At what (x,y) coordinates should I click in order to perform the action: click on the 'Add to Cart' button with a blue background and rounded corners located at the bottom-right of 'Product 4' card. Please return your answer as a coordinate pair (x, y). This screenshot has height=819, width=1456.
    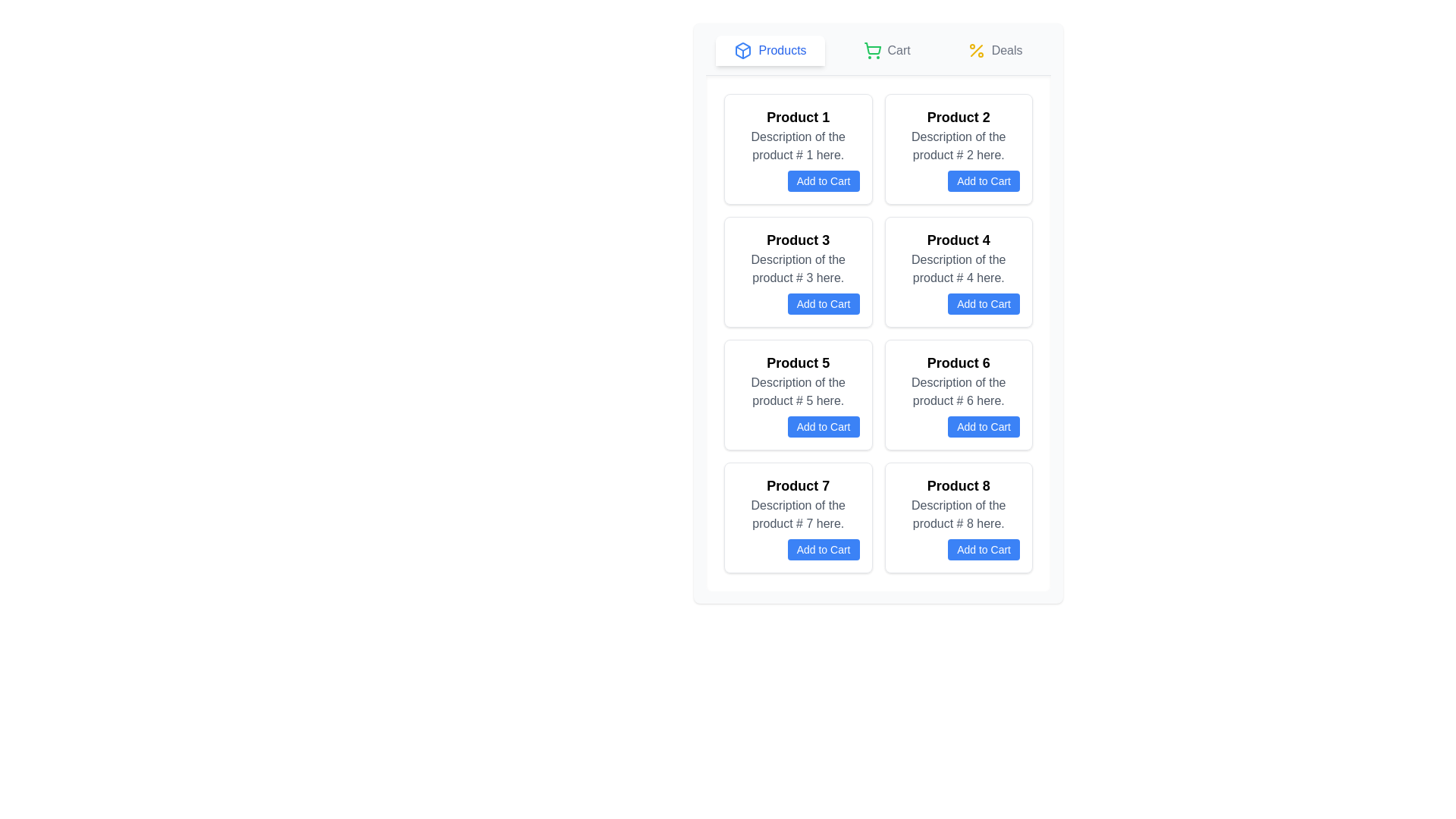
    Looking at the image, I should click on (958, 304).